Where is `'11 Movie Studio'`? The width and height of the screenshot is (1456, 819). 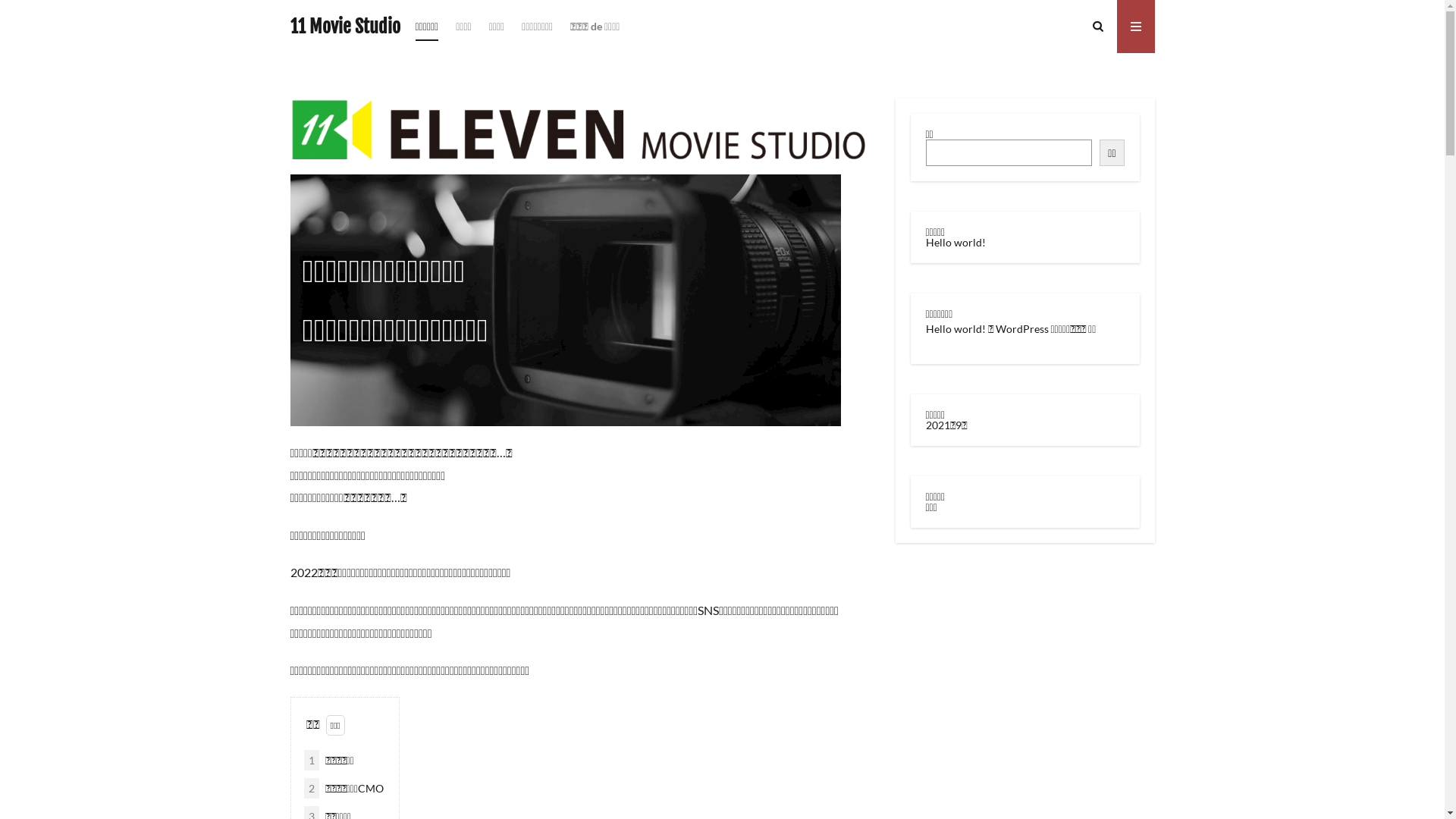 '11 Movie Studio' is located at coordinates (344, 26).